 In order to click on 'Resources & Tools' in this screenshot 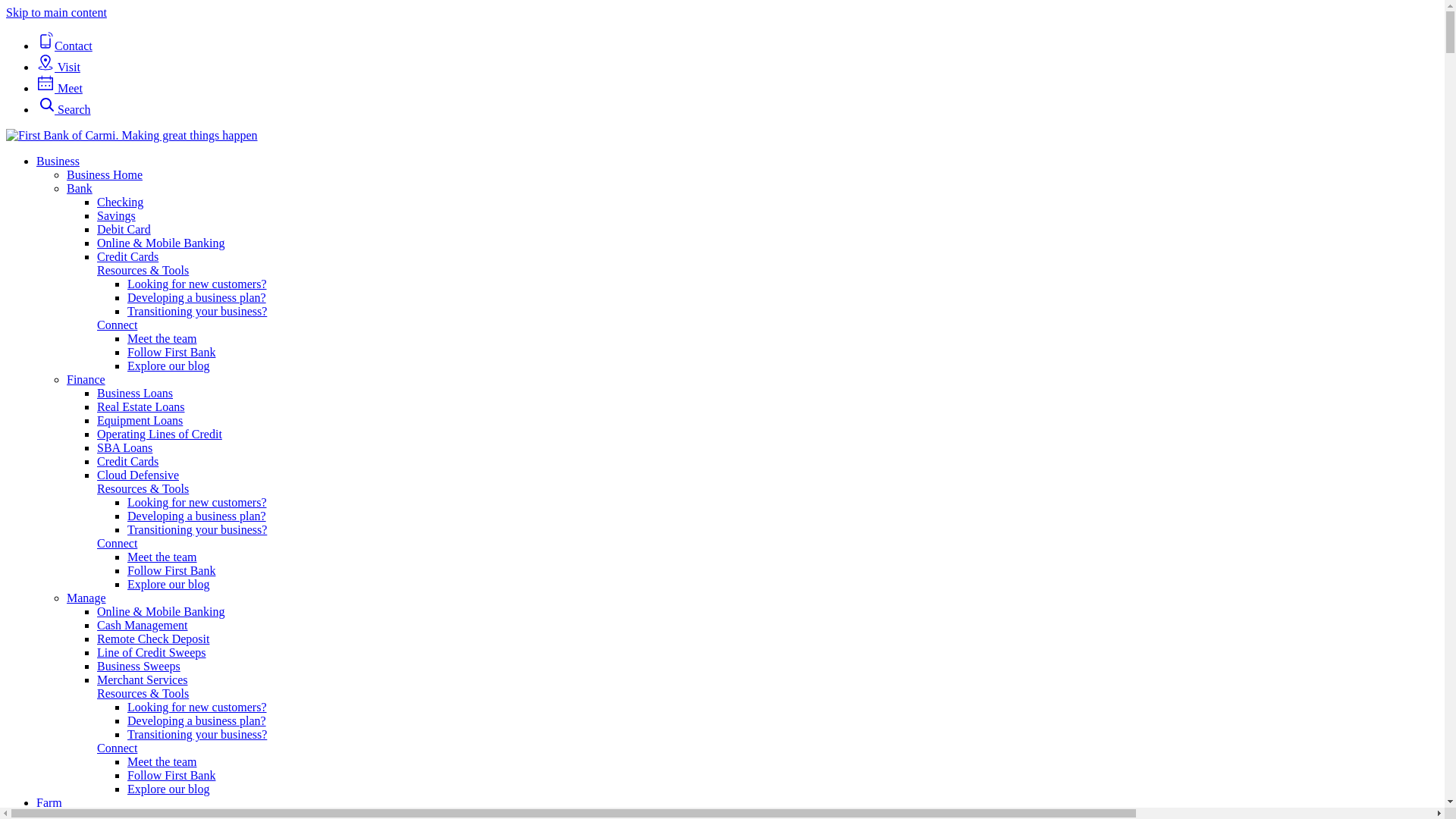, I will do `click(143, 488)`.